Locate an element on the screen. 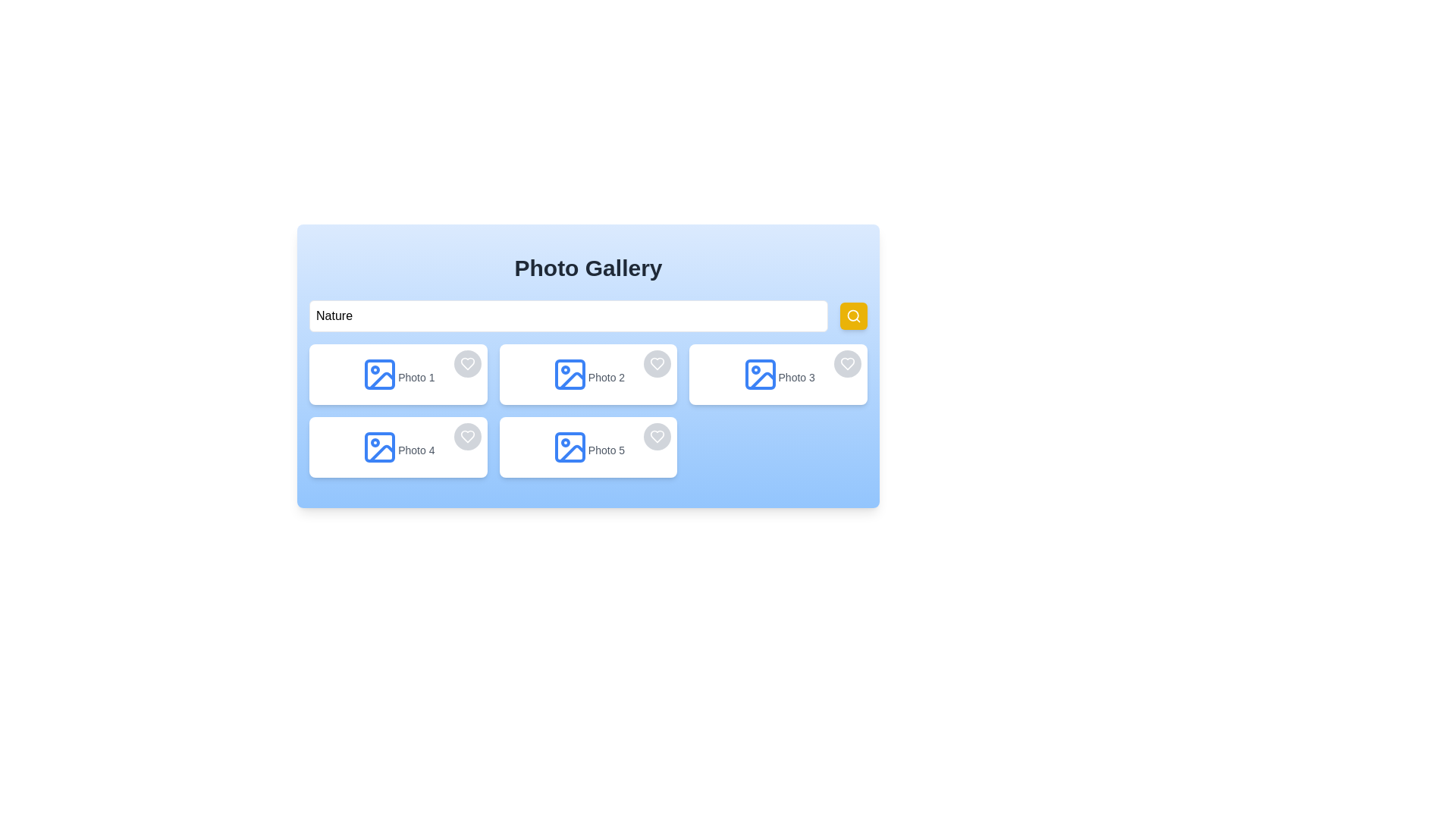  the heart icon with a white fill and gray border located adjacent to 'Photo 4' in the second row and first column of the photo gallery application is located at coordinates (466, 436).